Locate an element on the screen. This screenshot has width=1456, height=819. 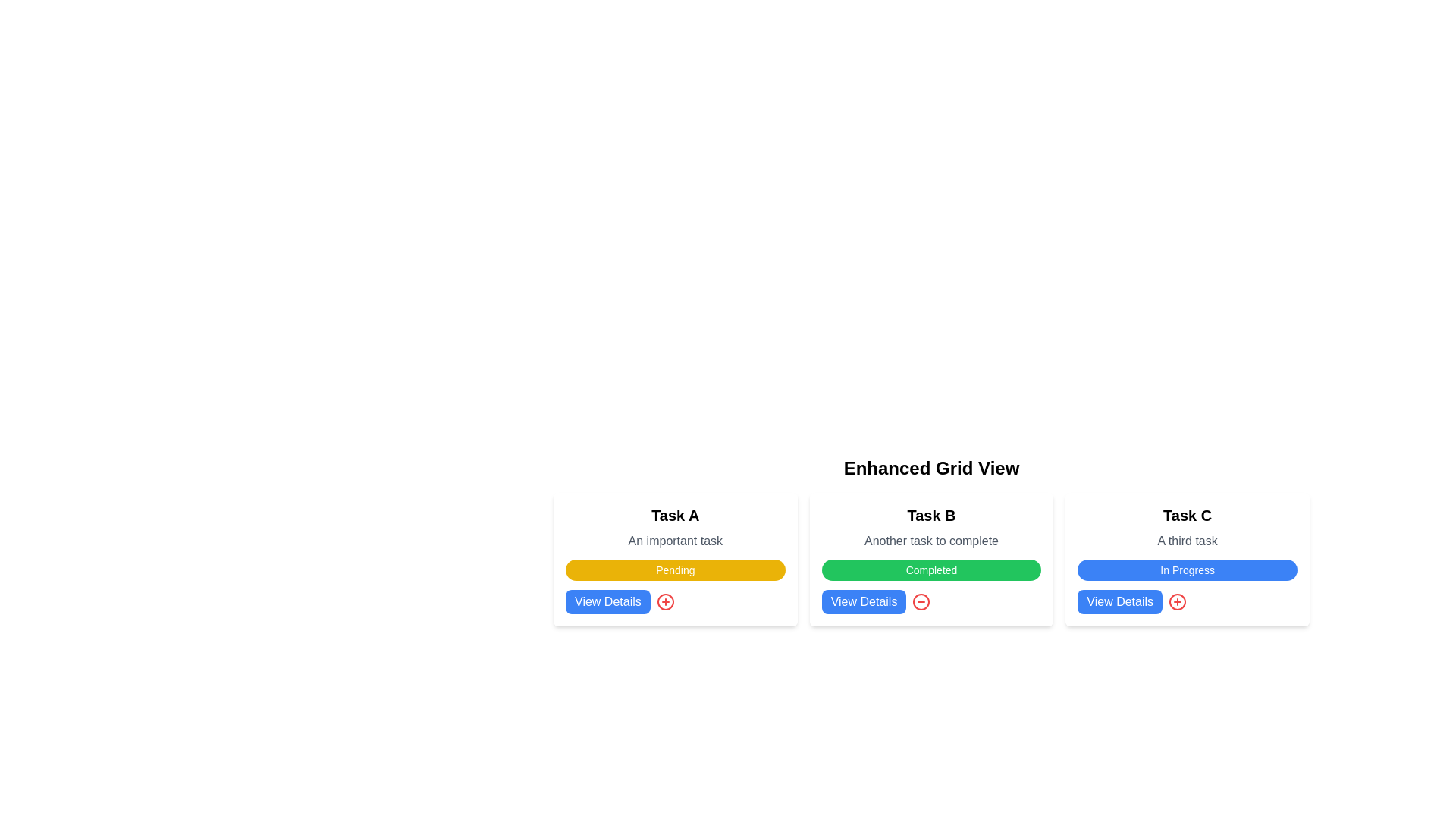
the Text Label that indicates the status of 'Pending' for 'Task A', located below the title 'An important task' and above the 'View Details' button is located at coordinates (674, 570).